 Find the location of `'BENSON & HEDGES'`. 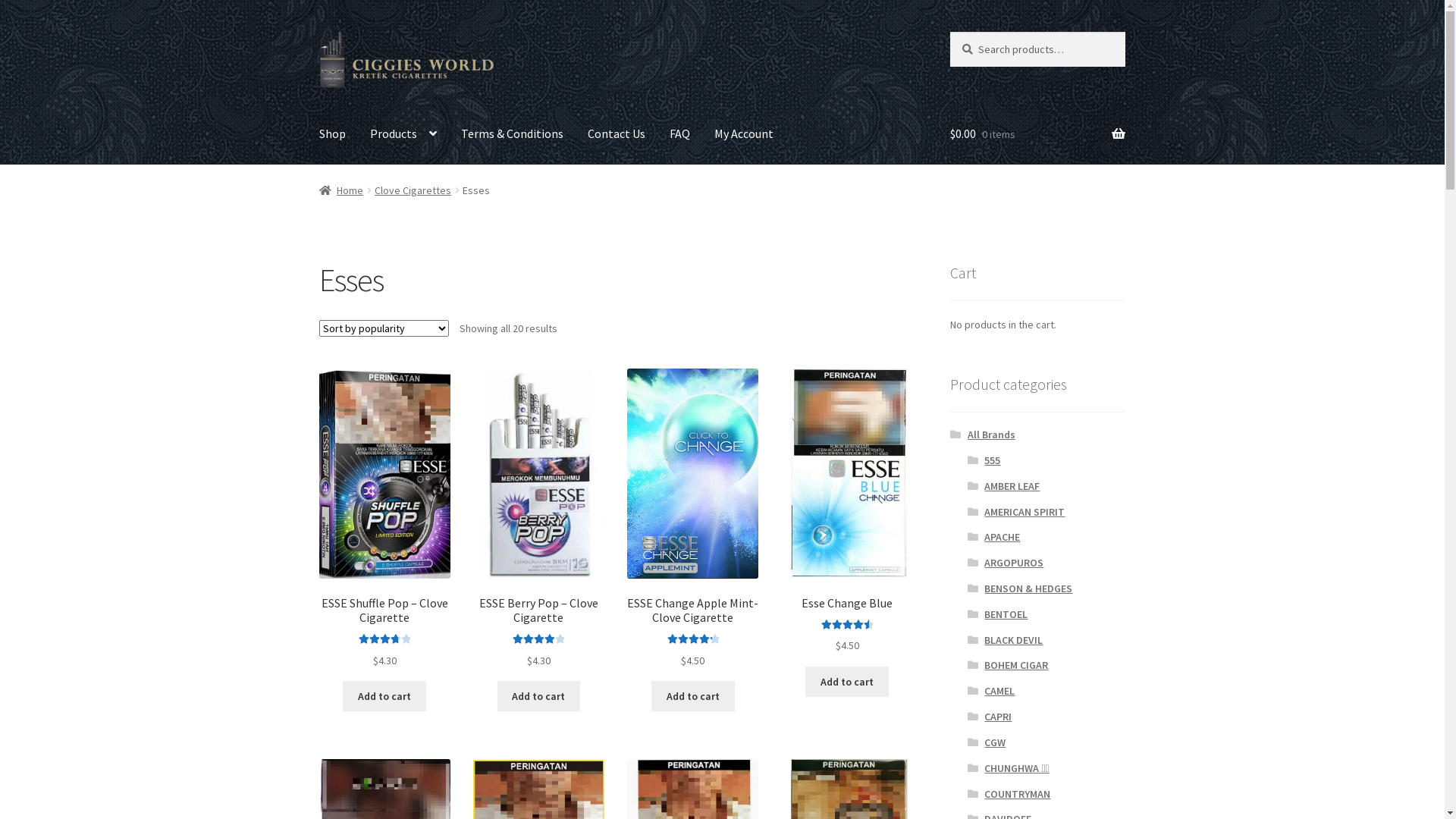

'BENSON & HEDGES' is located at coordinates (984, 587).